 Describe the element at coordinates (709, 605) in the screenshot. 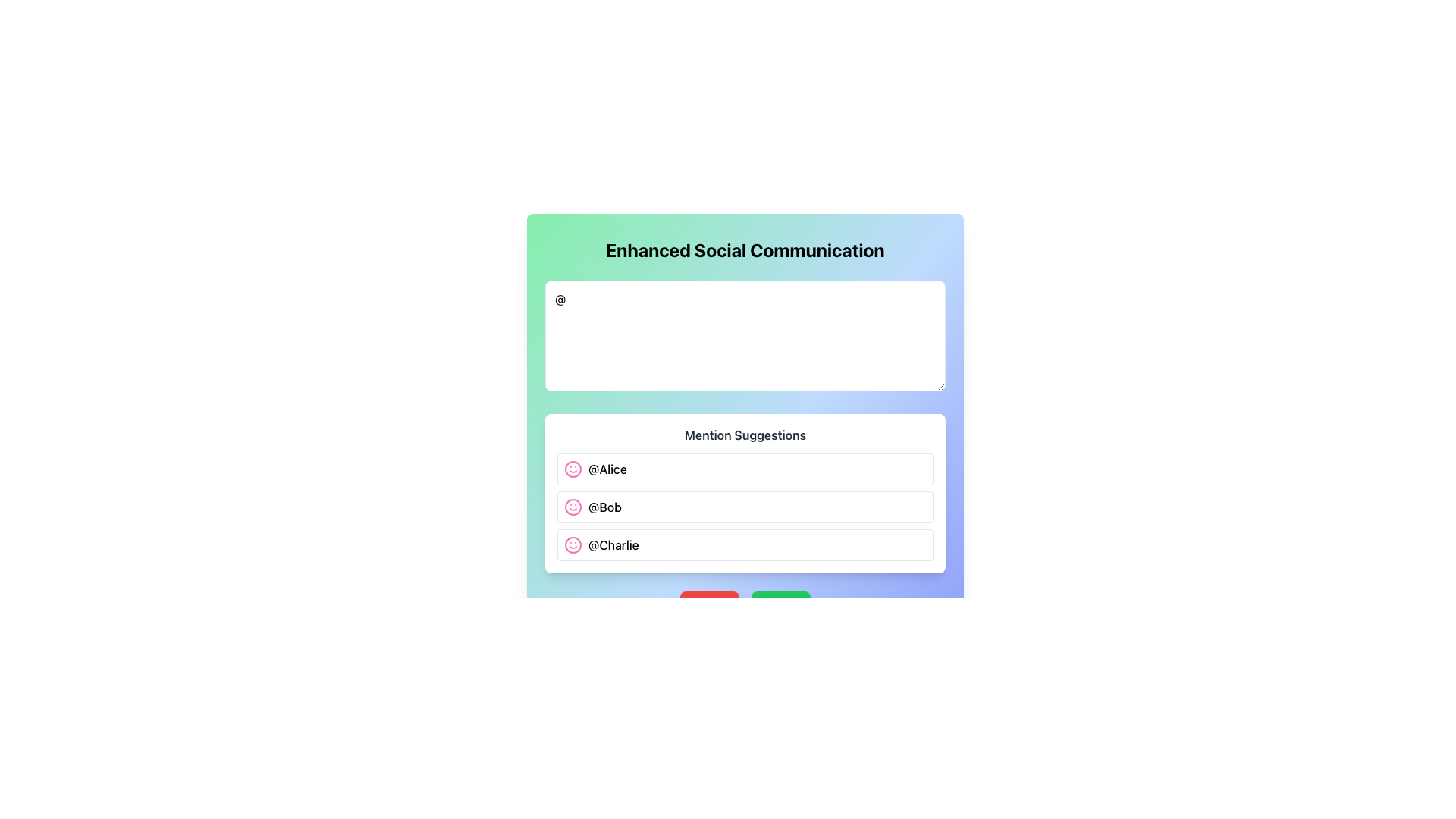

I see `the red rectangular button labeled 'Clear' with rounded corners` at that location.